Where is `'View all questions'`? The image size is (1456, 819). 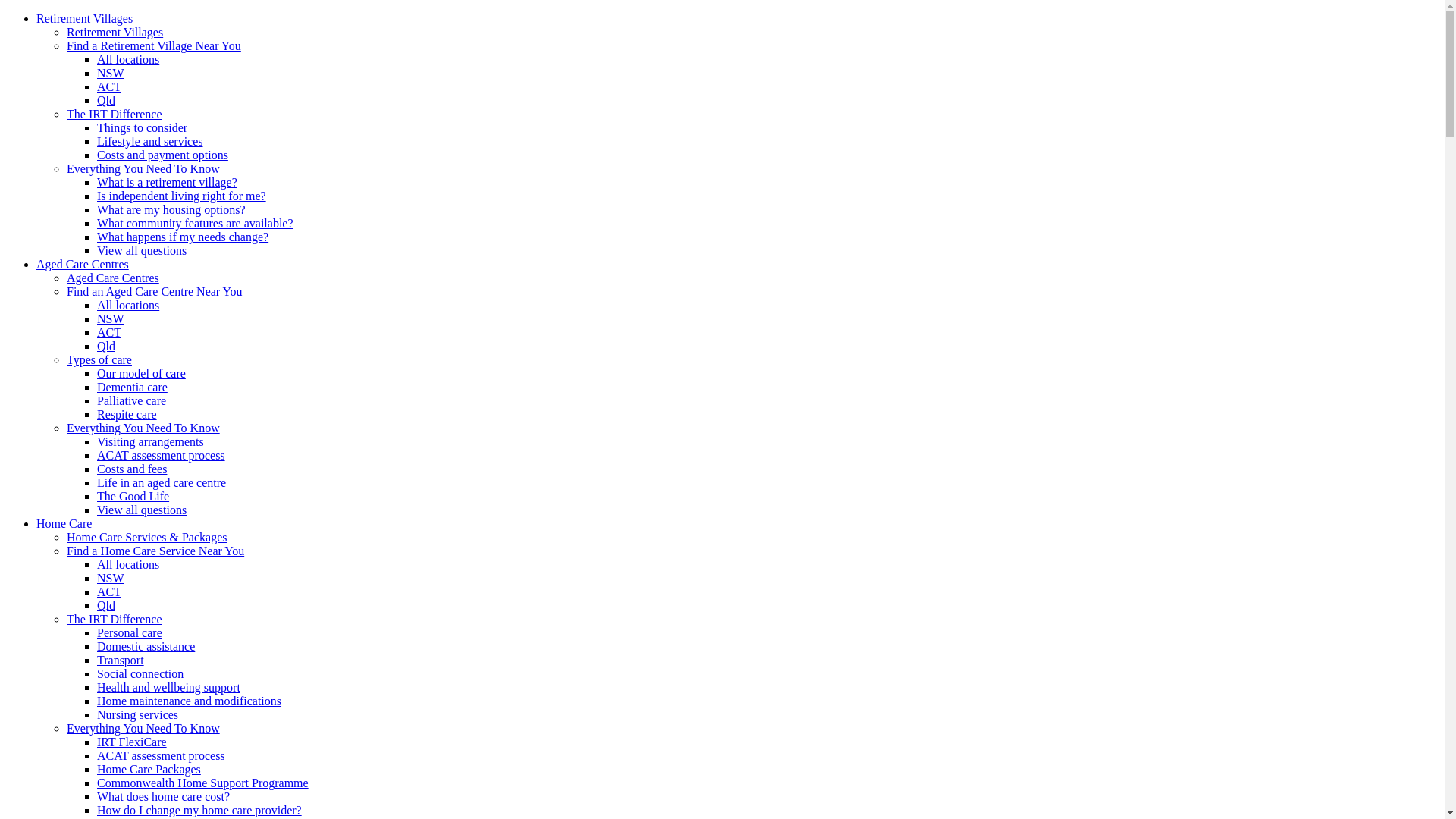
'View all questions' is located at coordinates (142, 249).